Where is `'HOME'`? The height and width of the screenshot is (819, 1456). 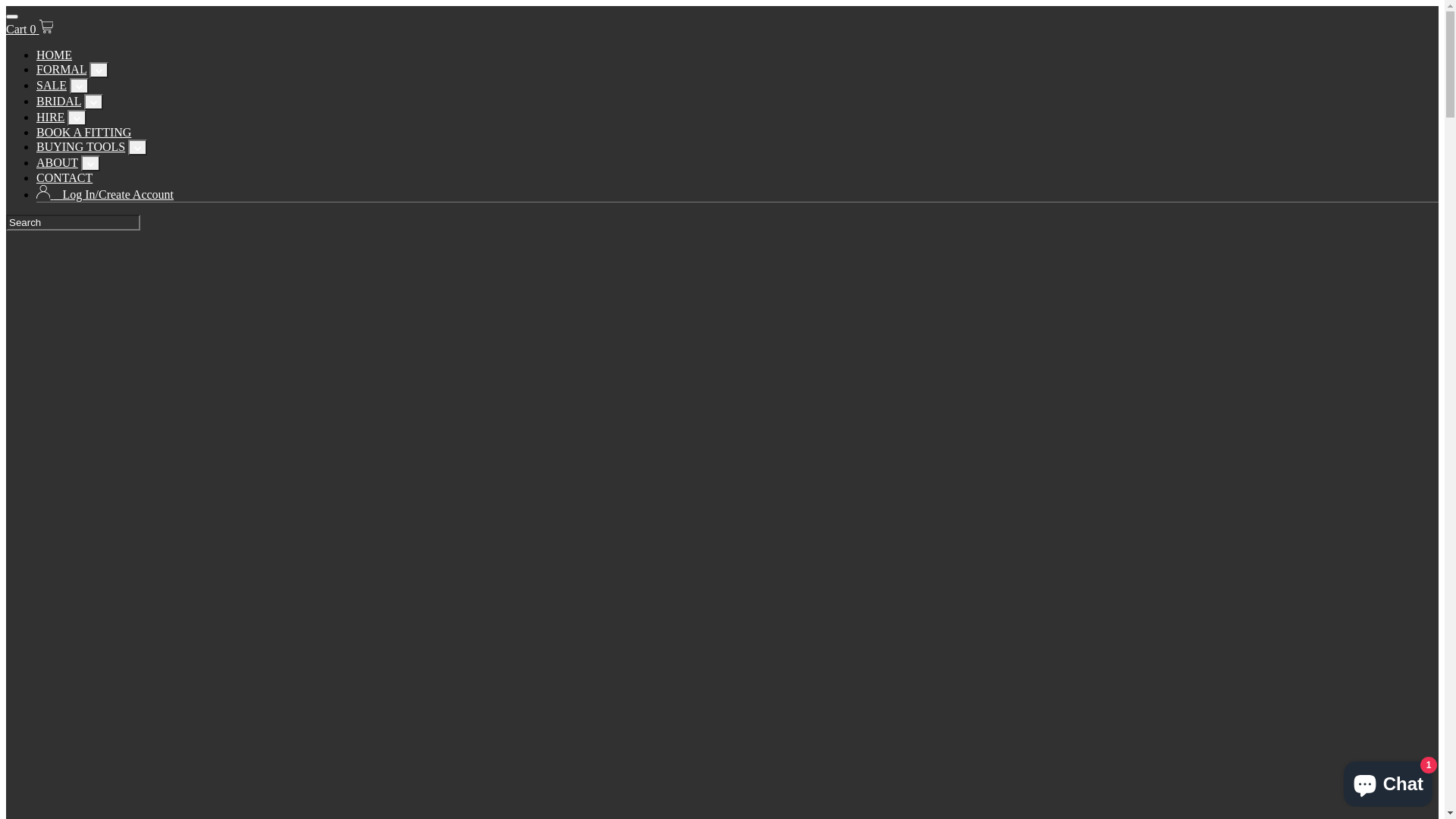
'HOME' is located at coordinates (54, 54).